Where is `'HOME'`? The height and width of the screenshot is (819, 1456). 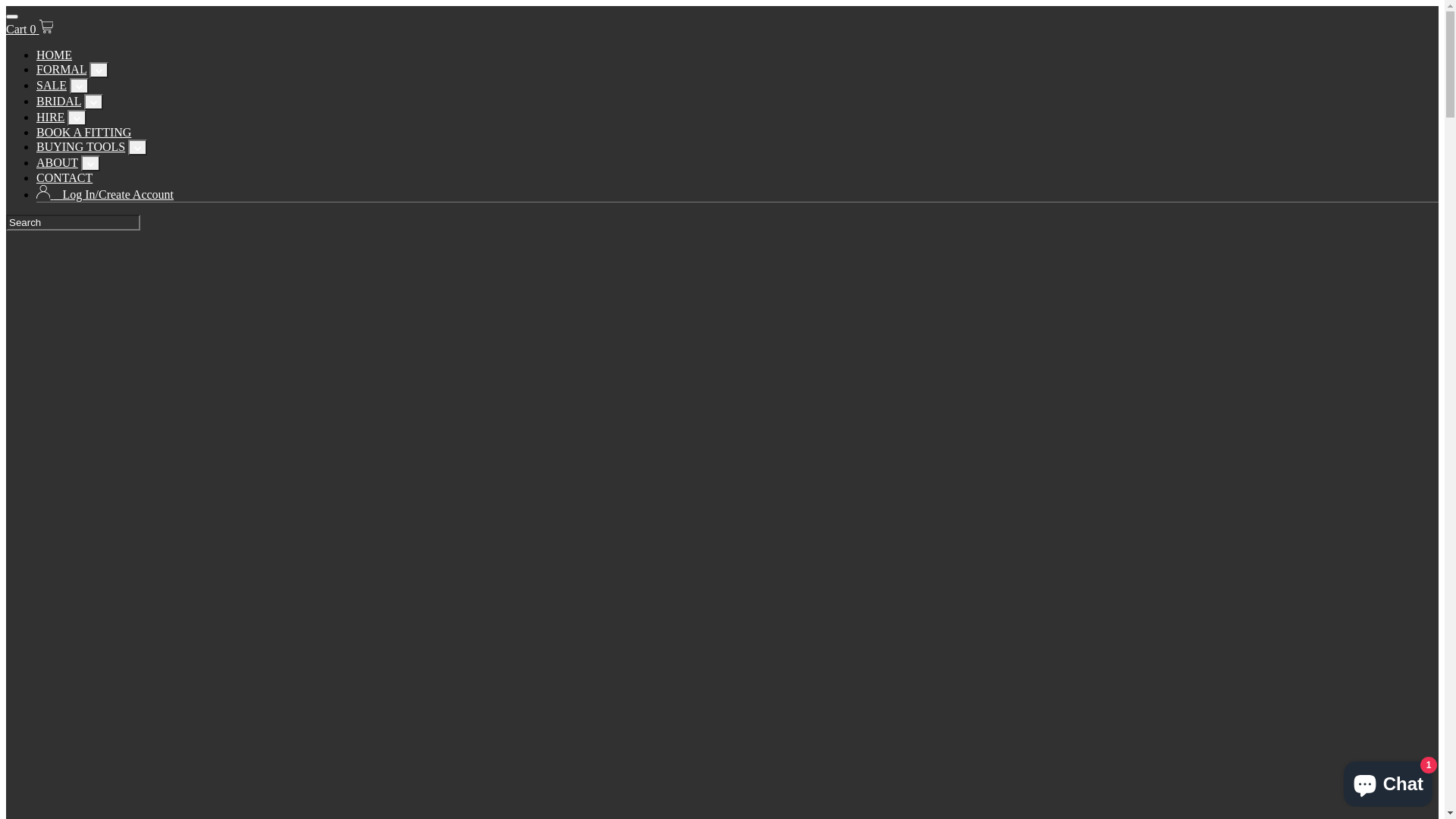
'HOME' is located at coordinates (54, 54).